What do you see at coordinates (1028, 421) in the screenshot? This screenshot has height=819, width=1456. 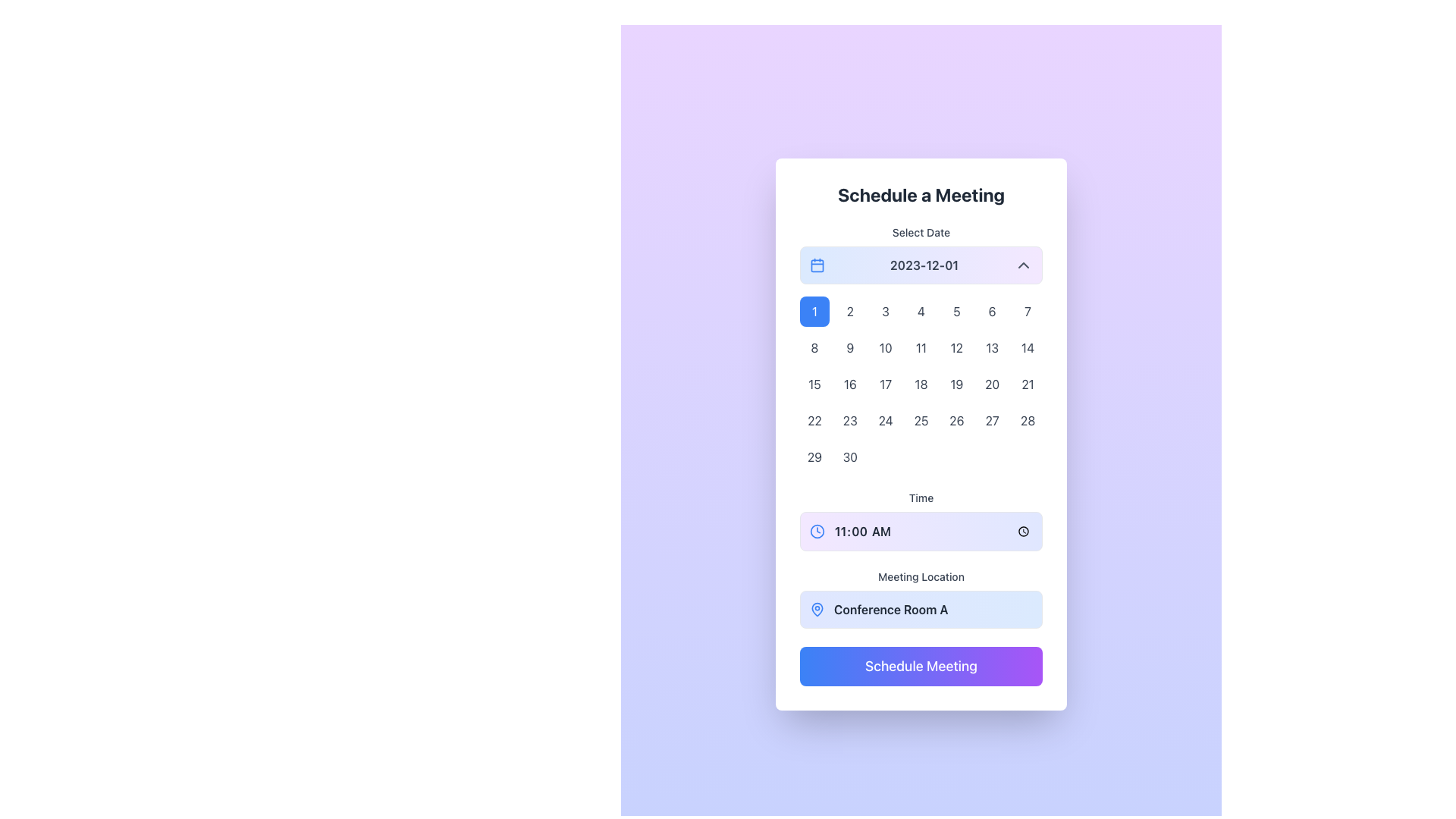 I see `the selectable day button for the 28th in the calendar interface` at bounding box center [1028, 421].